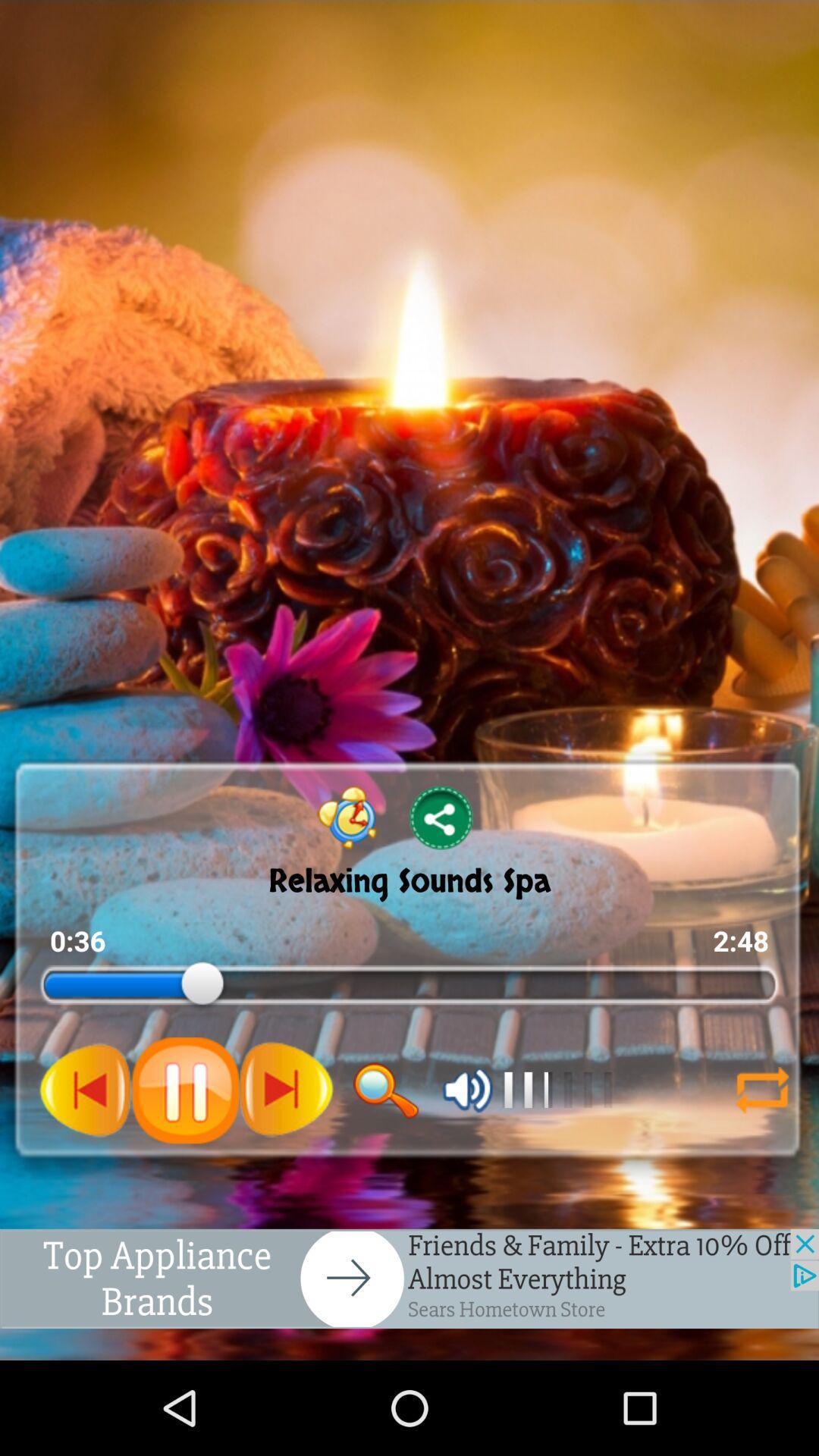 The image size is (819, 1456). Describe the element at coordinates (762, 1166) in the screenshot. I see `the repeat icon` at that location.